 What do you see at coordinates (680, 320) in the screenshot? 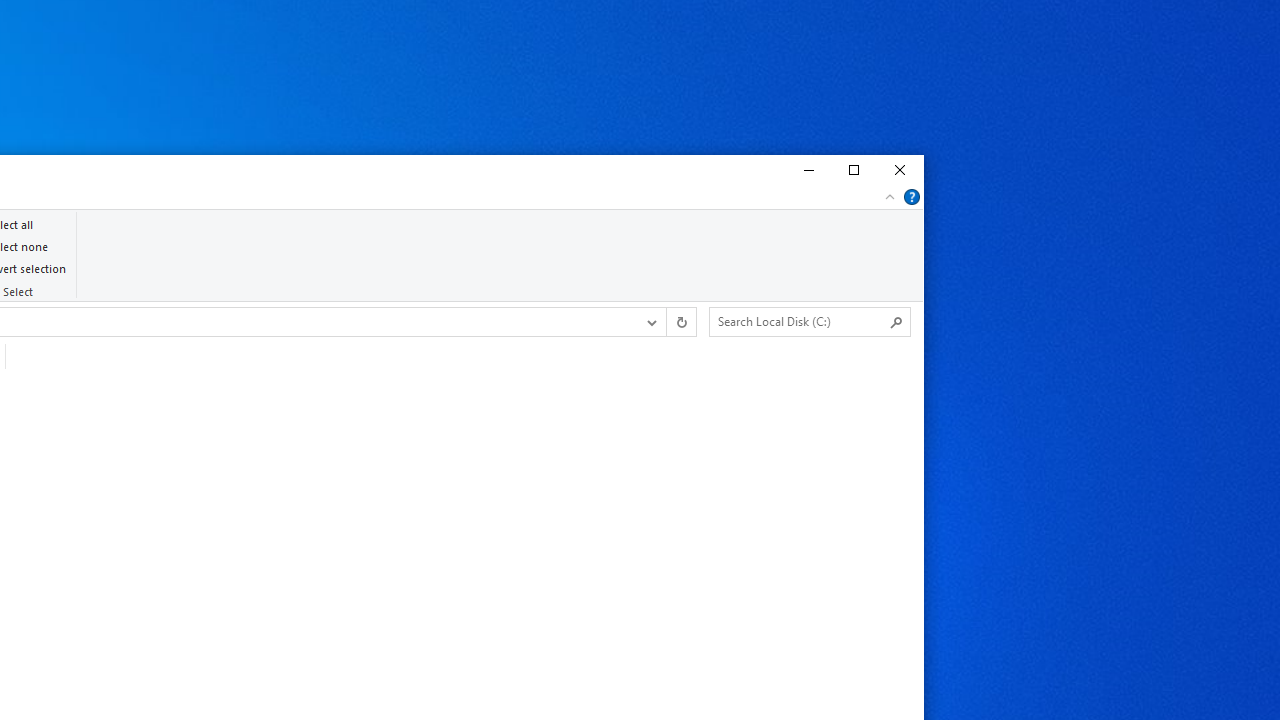
I see `'Refresh "Local Disk (C:)" (F5)'` at bounding box center [680, 320].